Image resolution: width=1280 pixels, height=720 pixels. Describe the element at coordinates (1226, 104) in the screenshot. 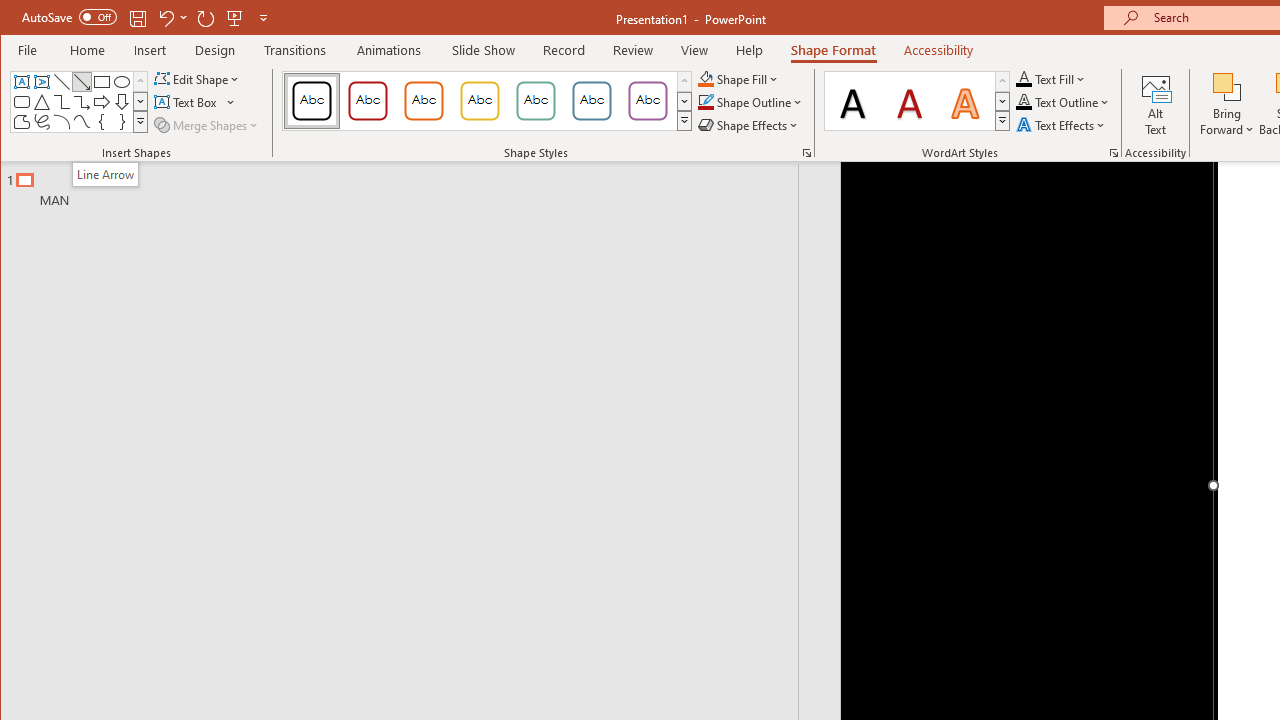

I see `'Bring Forward'` at that location.